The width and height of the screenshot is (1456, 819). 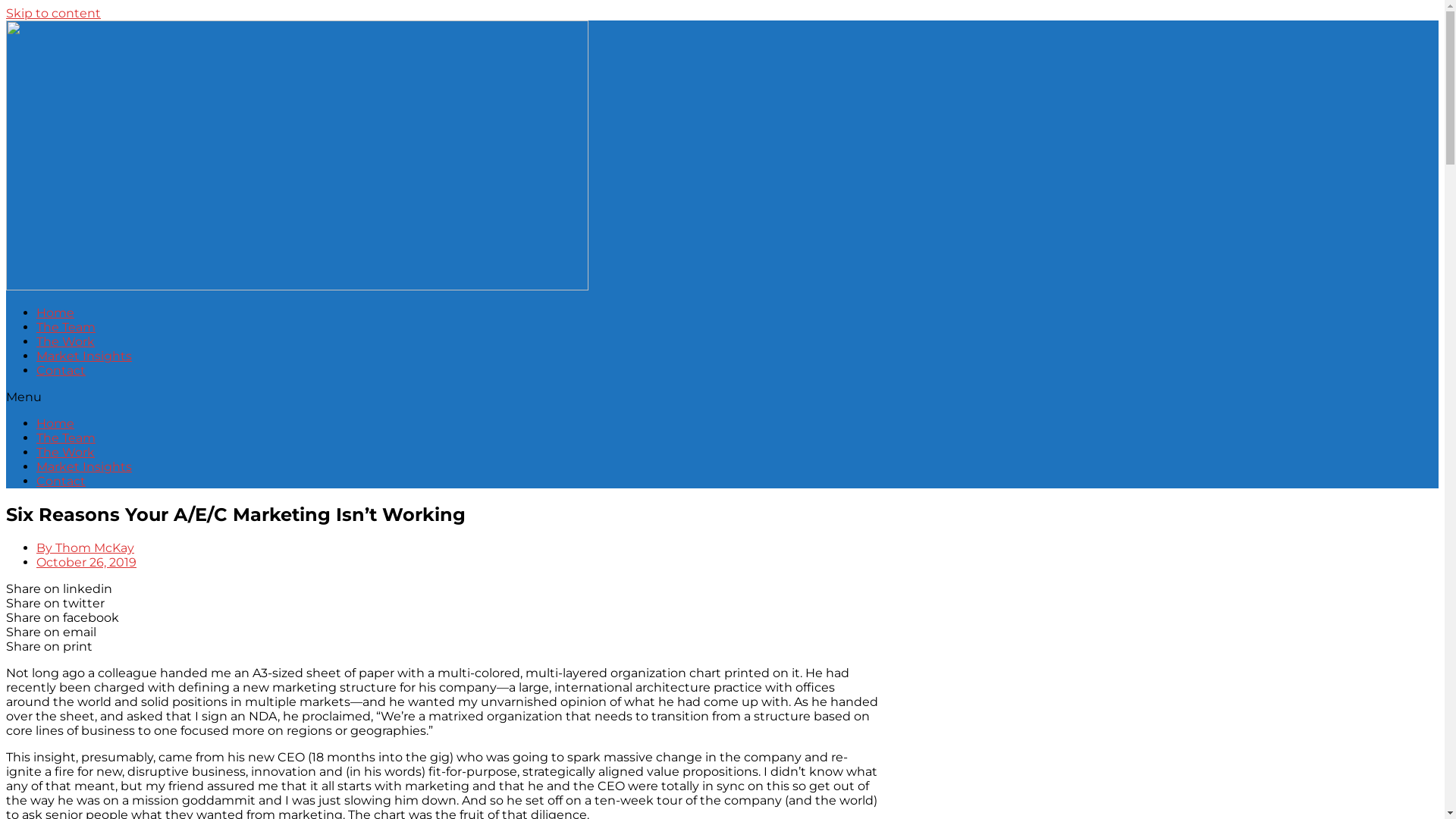 I want to click on 'Contact', so click(x=61, y=481).